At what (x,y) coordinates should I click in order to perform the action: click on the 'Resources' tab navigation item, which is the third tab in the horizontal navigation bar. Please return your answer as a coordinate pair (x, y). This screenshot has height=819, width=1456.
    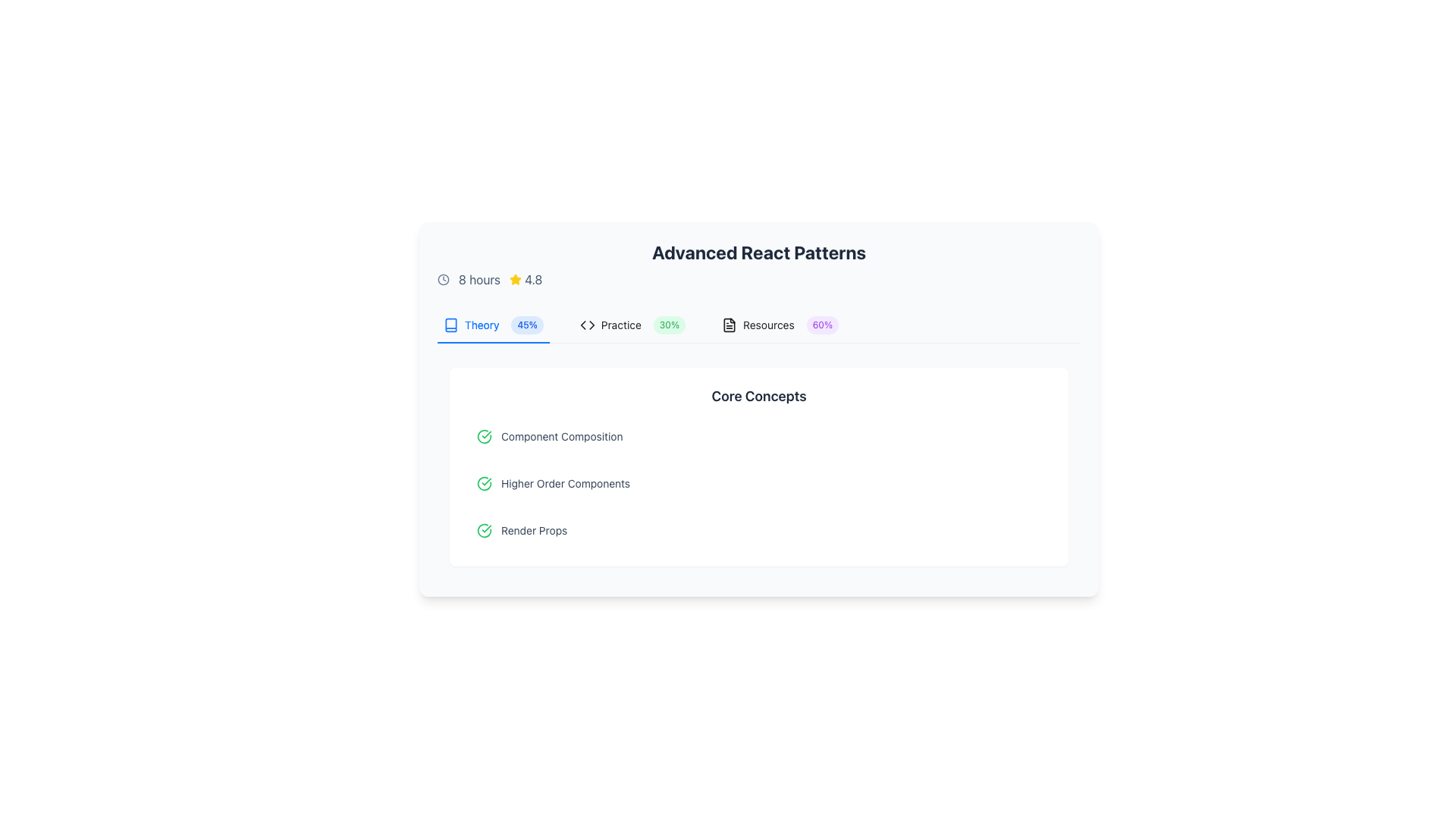
    Looking at the image, I should click on (780, 324).